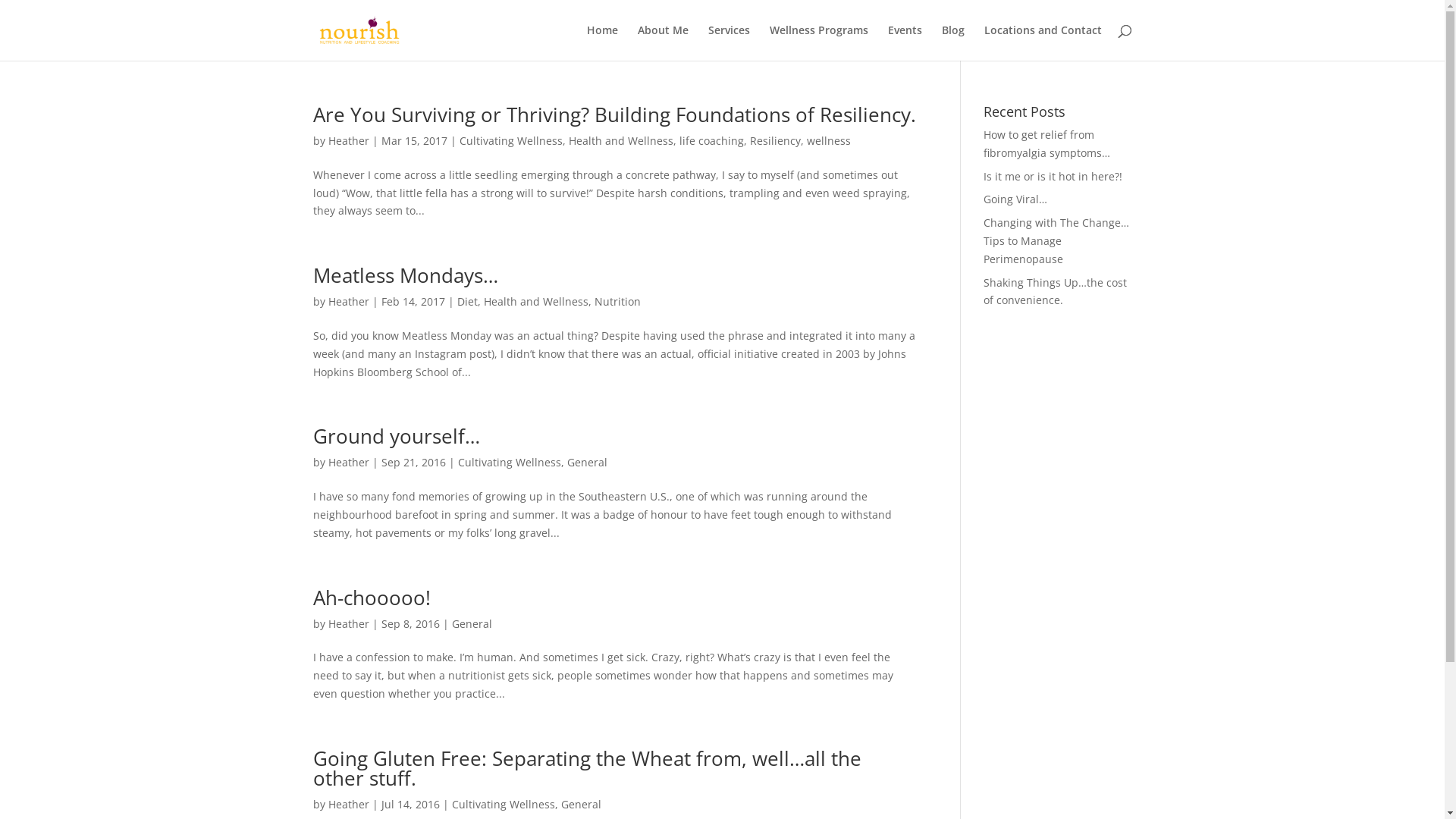 Image resolution: width=1456 pixels, height=819 pixels. What do you see at coordinates (535, 301) in the screenshot?
I see `'Health and Wellness'` at bounding box center [535, 301].